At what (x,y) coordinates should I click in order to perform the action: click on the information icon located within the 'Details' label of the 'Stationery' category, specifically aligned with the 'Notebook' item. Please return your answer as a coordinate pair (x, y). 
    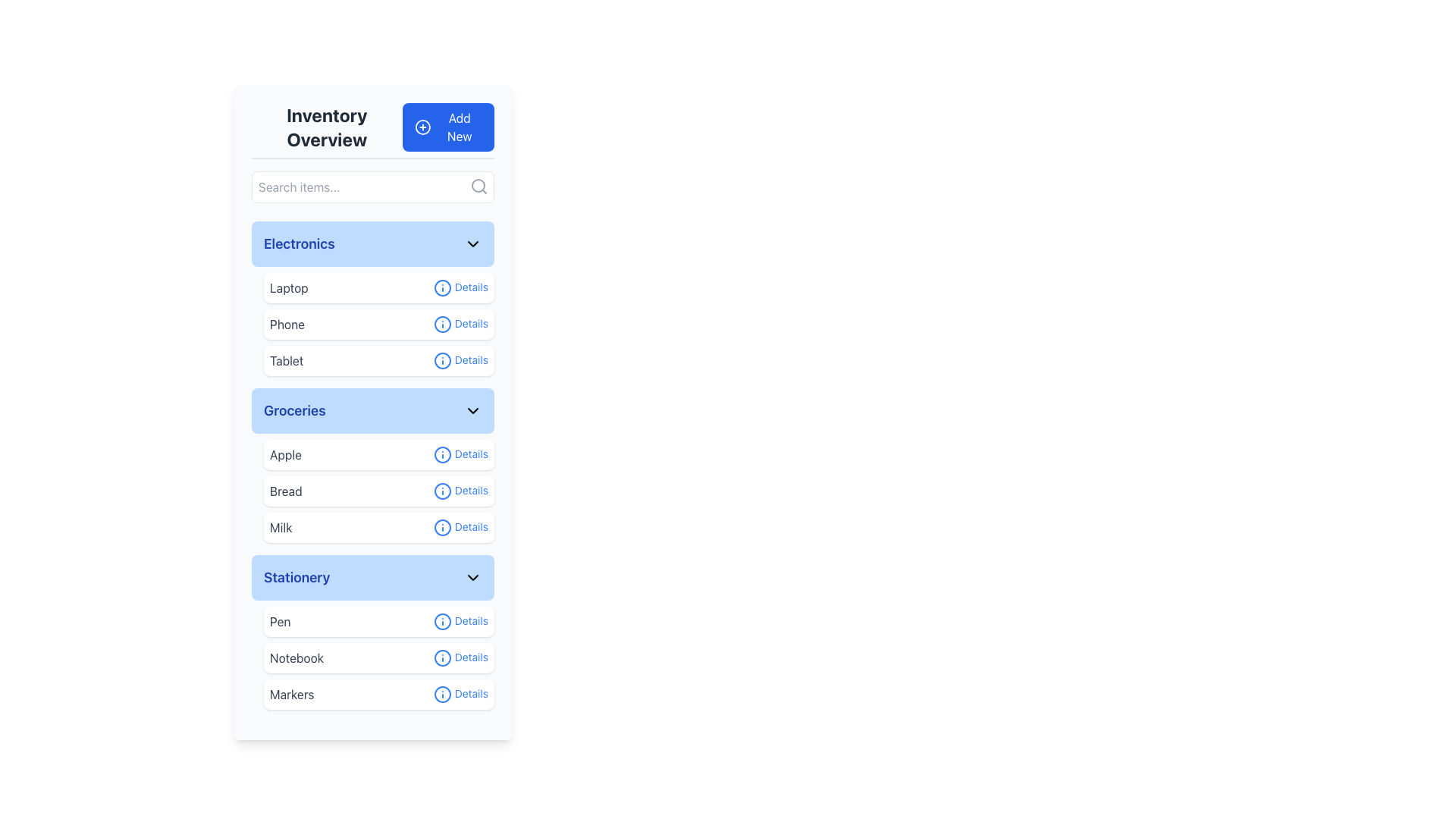
    Looking at the image, I should click on (441, 657).